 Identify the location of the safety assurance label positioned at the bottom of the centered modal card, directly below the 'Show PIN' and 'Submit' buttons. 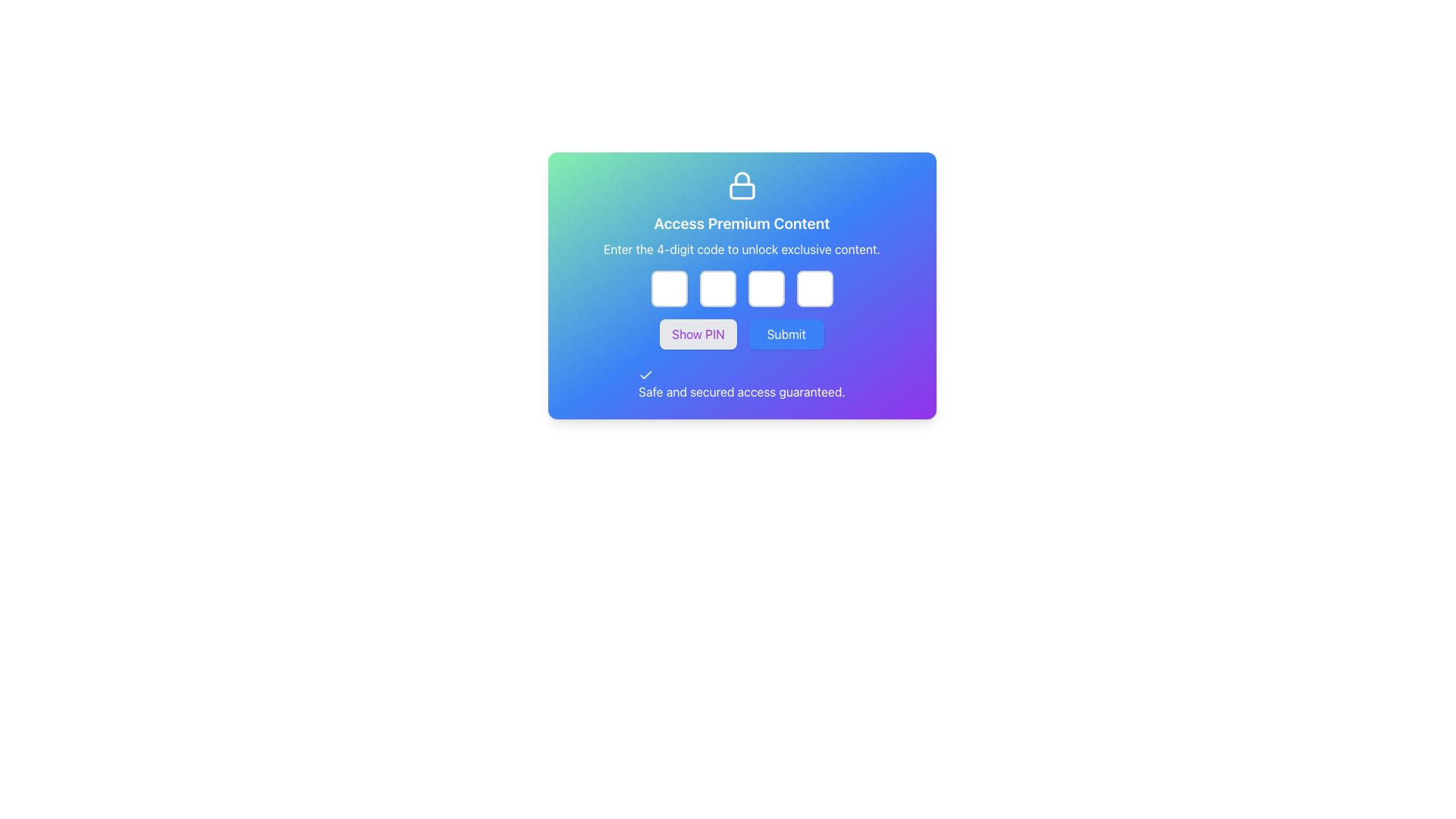
(742, 383).